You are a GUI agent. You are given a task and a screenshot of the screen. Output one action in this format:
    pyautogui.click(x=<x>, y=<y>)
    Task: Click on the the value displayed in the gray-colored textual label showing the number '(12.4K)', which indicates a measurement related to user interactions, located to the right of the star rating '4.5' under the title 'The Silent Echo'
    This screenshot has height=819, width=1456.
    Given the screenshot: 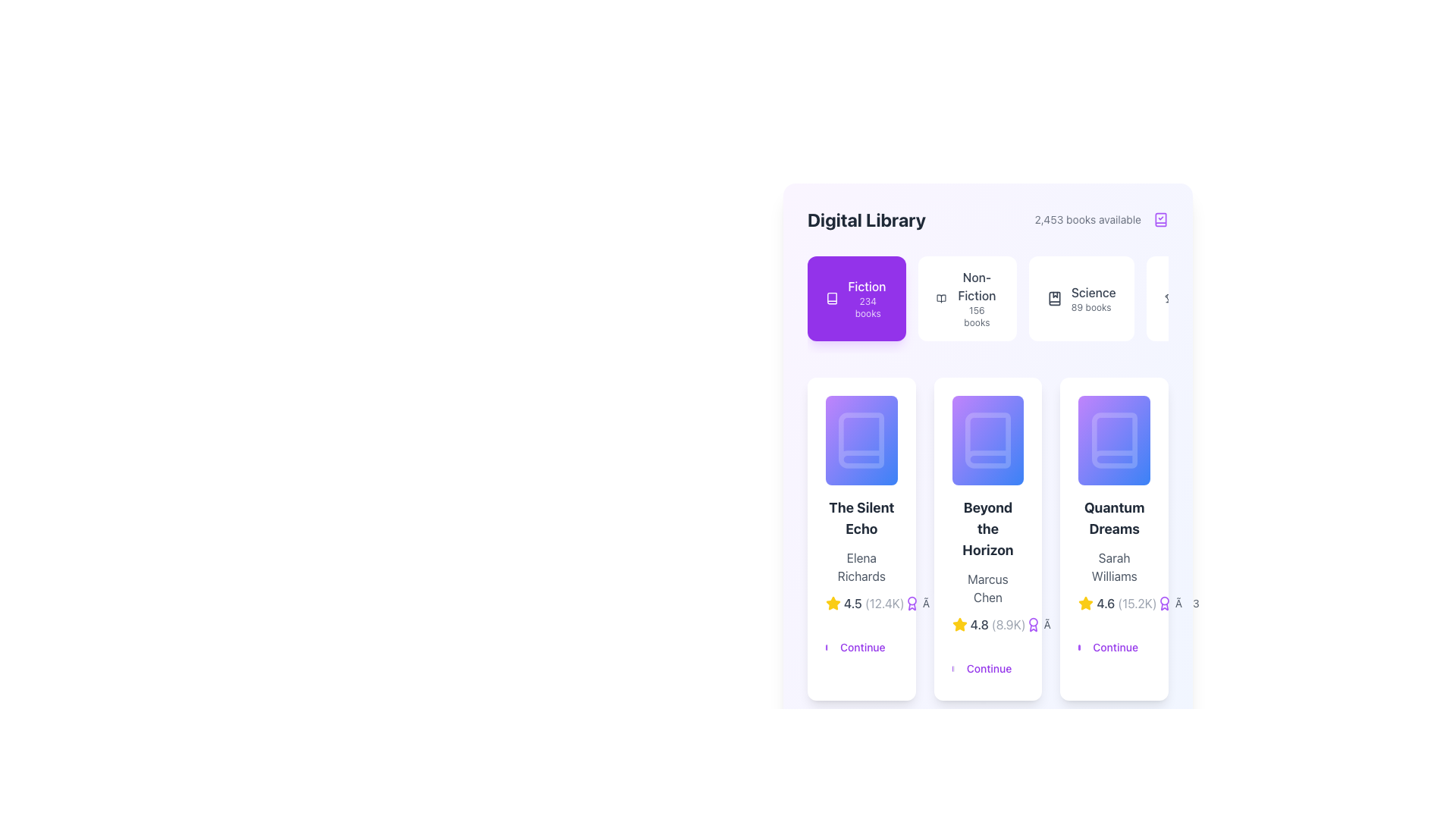 What is the action you would take?
    pyautogui.click(x=884, y=603)
    